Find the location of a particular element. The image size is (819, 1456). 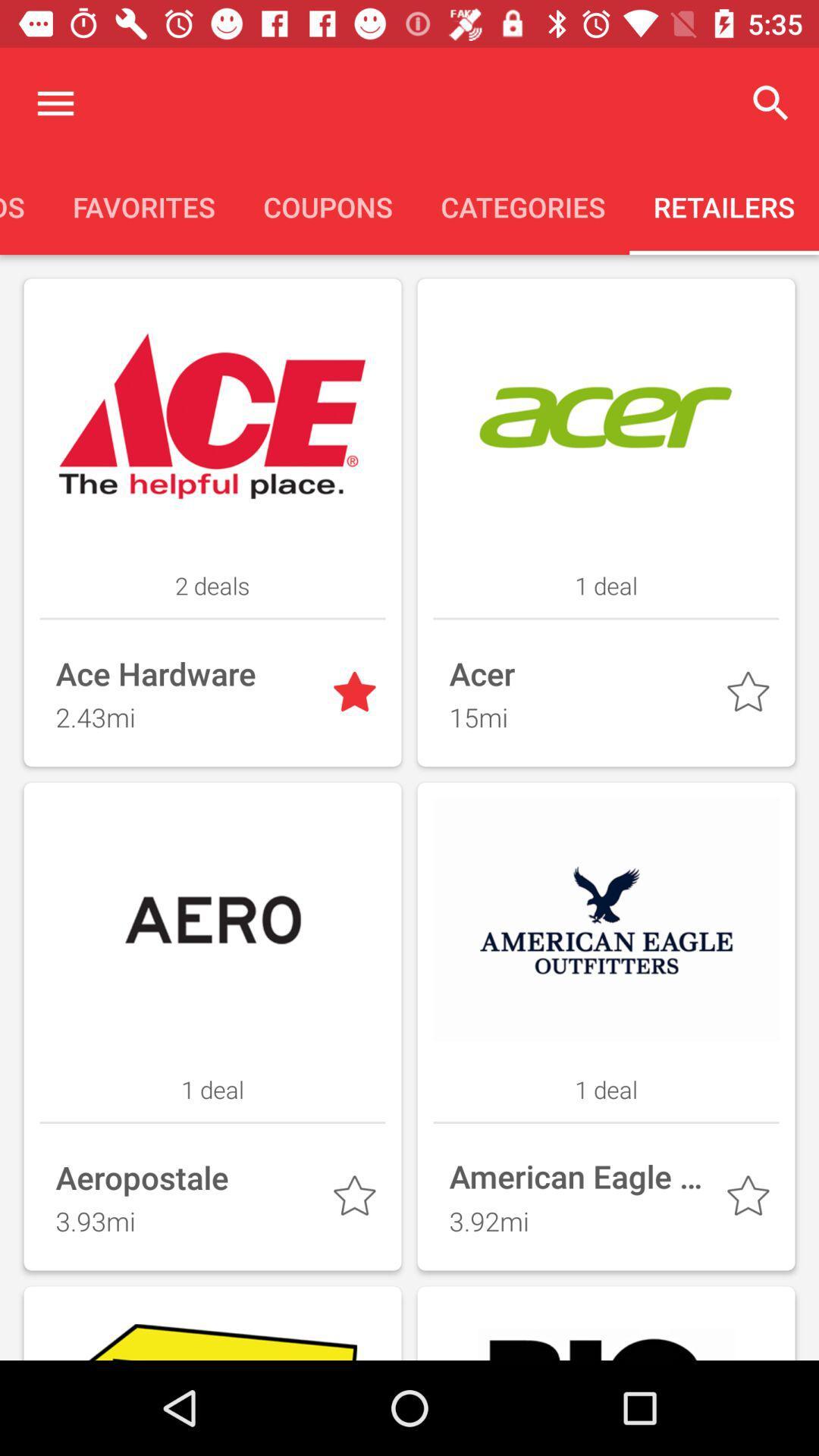

store is located at coordinates (751, 1198).